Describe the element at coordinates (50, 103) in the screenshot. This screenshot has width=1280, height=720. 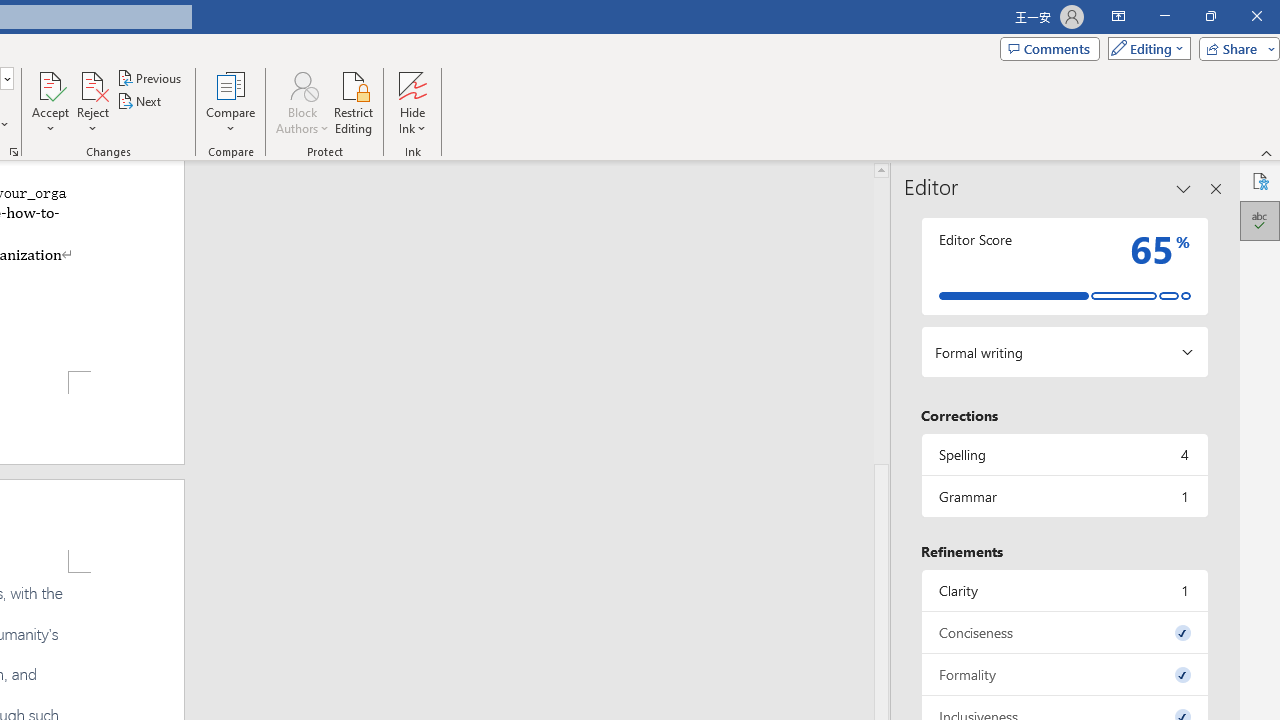
I see `'Accept'` at that location.